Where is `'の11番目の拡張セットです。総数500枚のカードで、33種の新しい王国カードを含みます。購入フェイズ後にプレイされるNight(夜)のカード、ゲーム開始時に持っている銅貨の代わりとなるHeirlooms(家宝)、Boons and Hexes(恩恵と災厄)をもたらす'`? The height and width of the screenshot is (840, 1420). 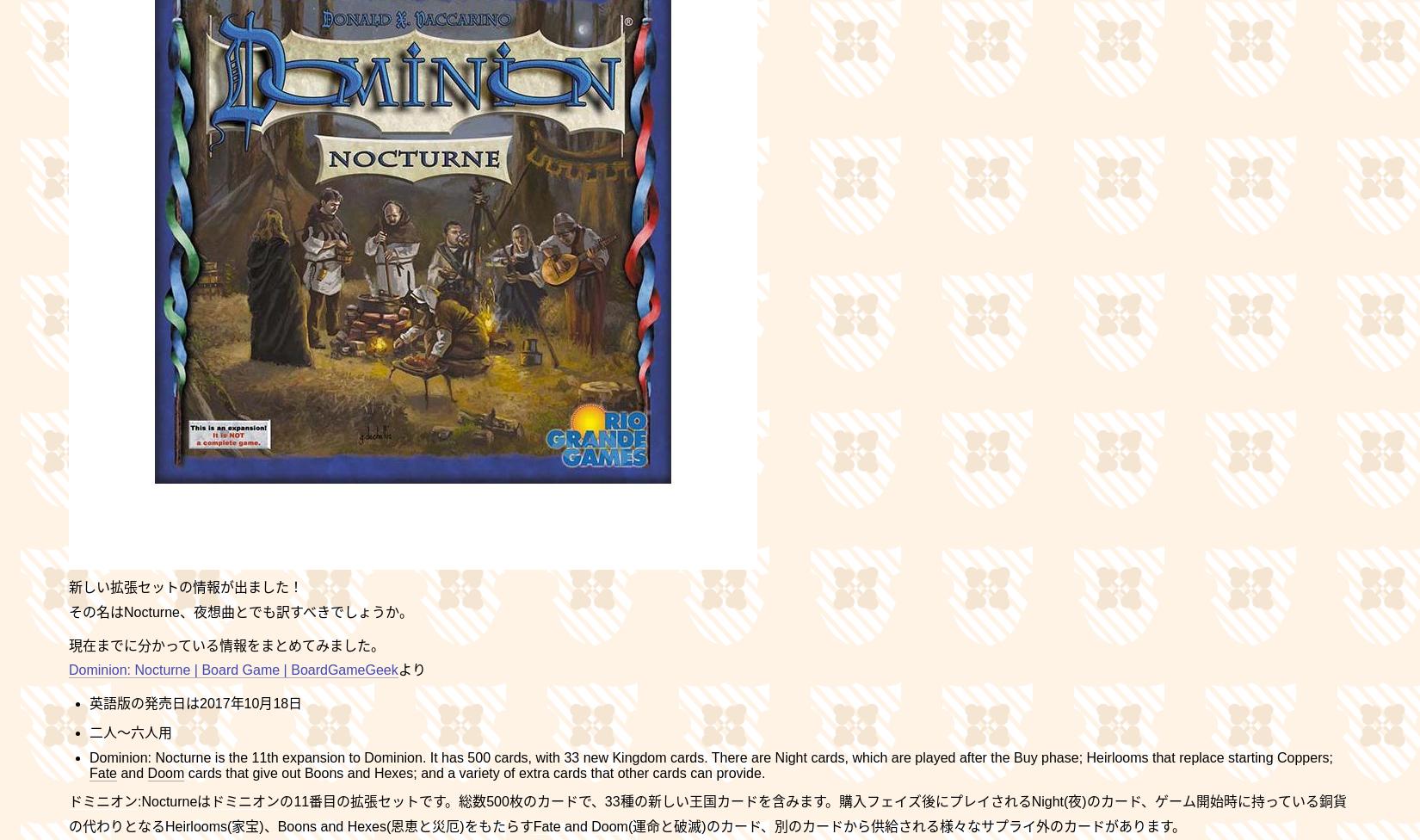 'の11番目の拡張セットです。総数500枚のカードで、33種の新しい王国カードを含みます。購入フェイズ後にプレイされるNight(夜)のカード、ゲーム開始時に持っている銅貨の代わりとなるHeirlooms(家宝)、Boons and Hexes(恩恵と災厄)をもたらす' is located at coordinates (707, 812).